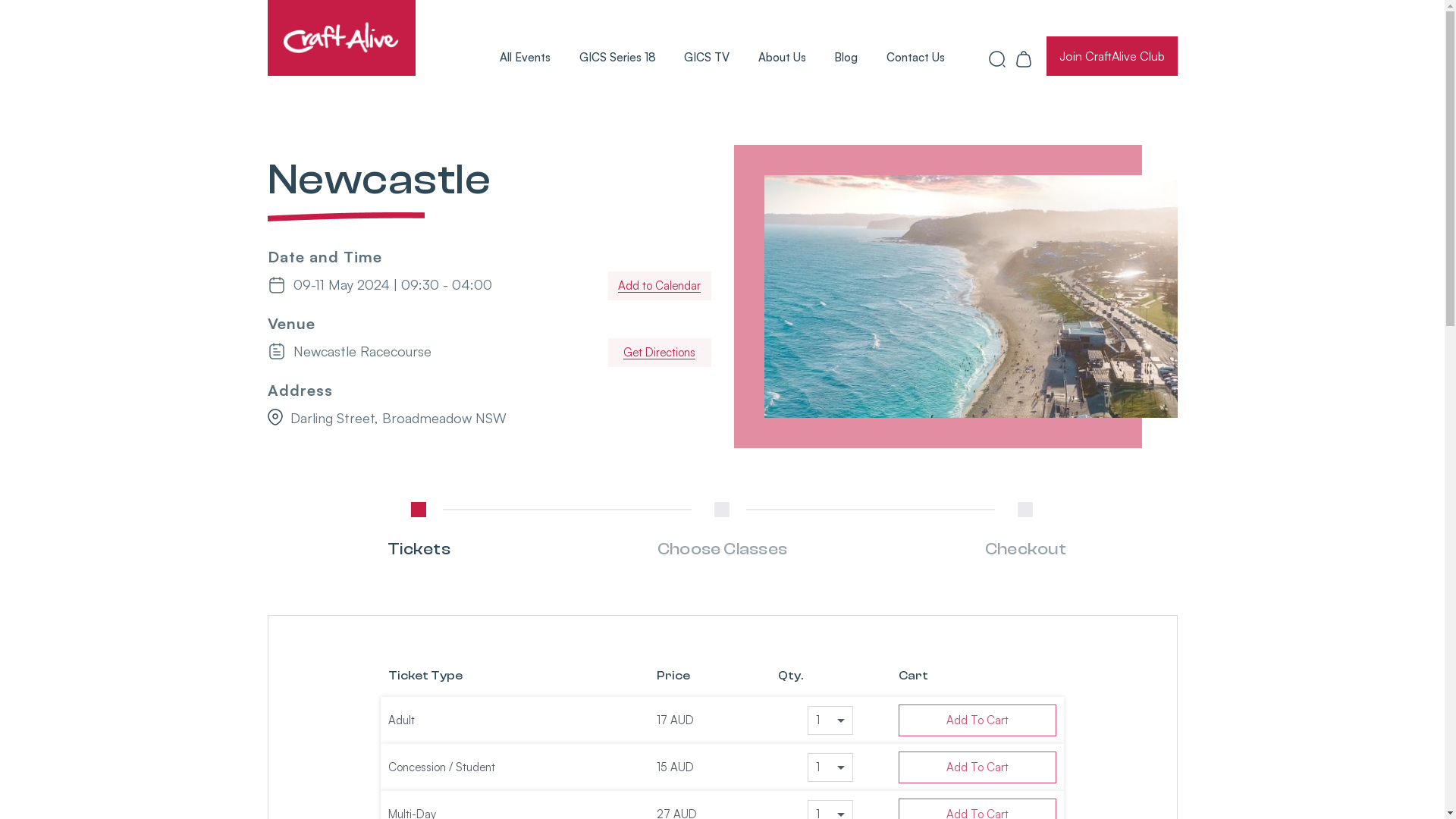 This screenshot has width=1456, height=819. What do you see at coordinates (1046, 55) in the screenshot?
I see `'Join CraftAlive Club'` at bounding box center [1046, 55].